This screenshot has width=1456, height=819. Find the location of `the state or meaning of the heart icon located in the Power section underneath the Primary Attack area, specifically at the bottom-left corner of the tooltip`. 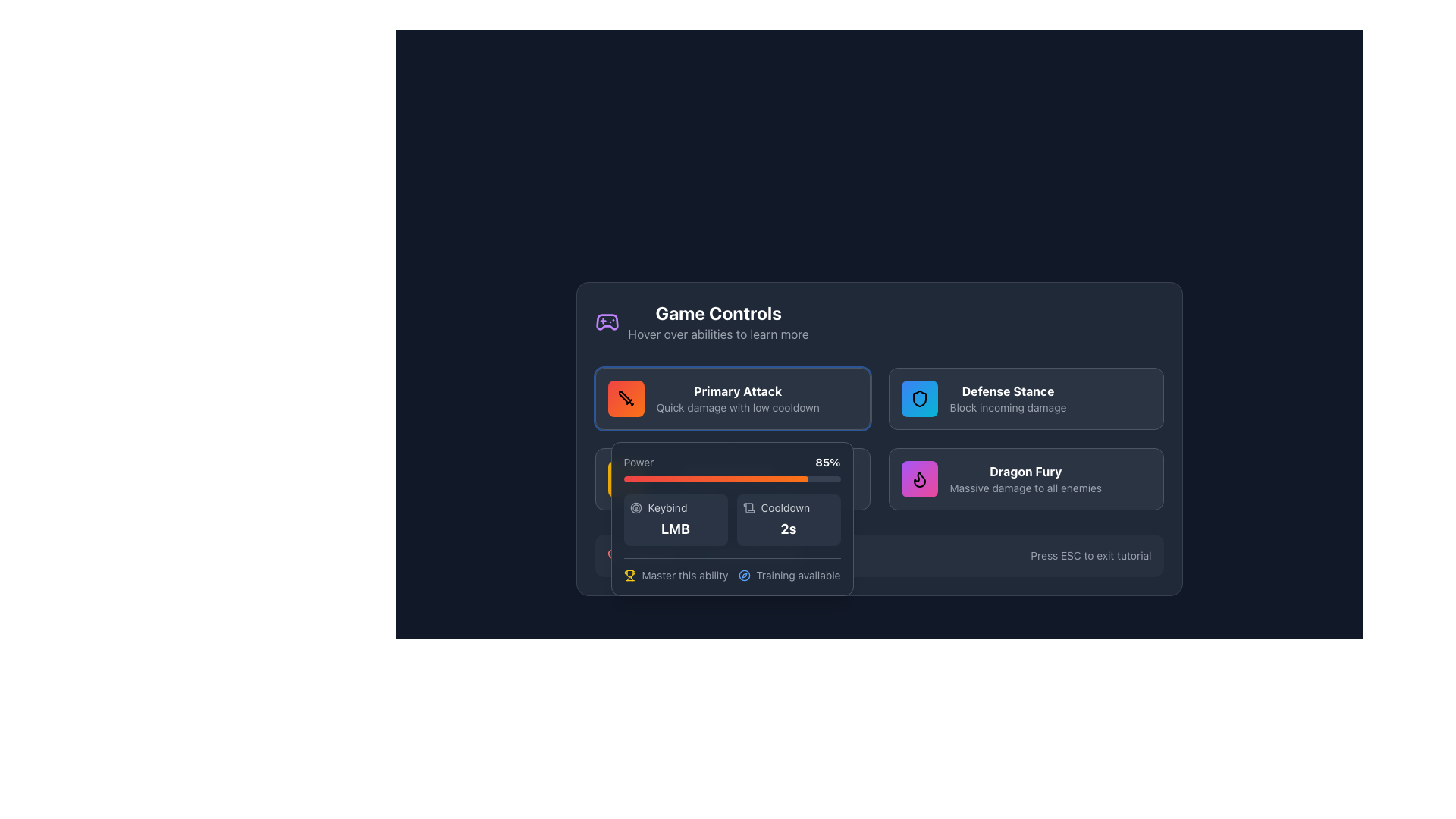

the state or meaning of the heart icon located in the Power section underneath the Primary Attack area, specifically at the bottom-left corner of the tooltip is located at coordinates (614, 555).